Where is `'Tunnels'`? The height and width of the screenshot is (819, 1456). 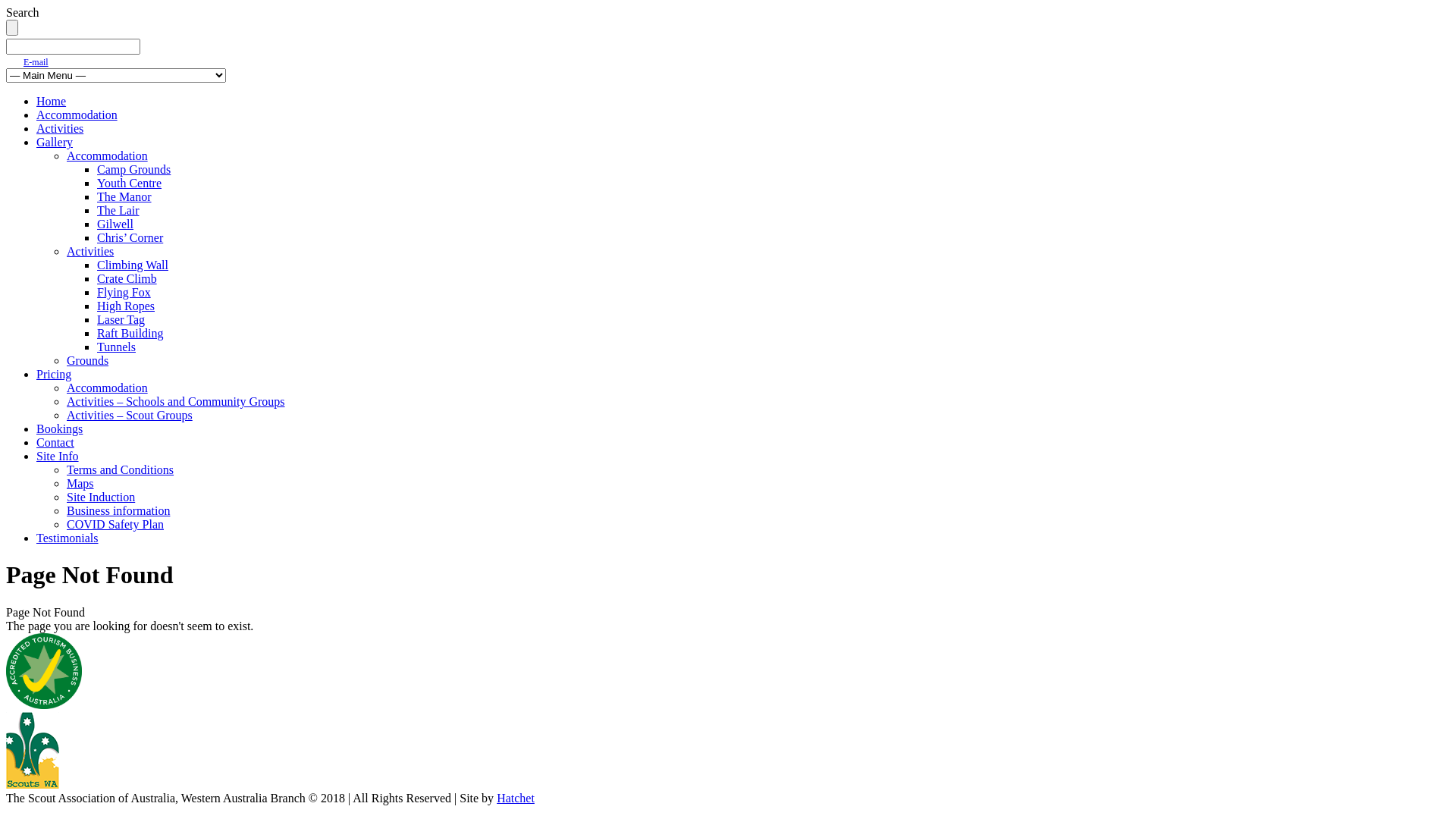
'Tunnels' is located at coordinates (115, 347).